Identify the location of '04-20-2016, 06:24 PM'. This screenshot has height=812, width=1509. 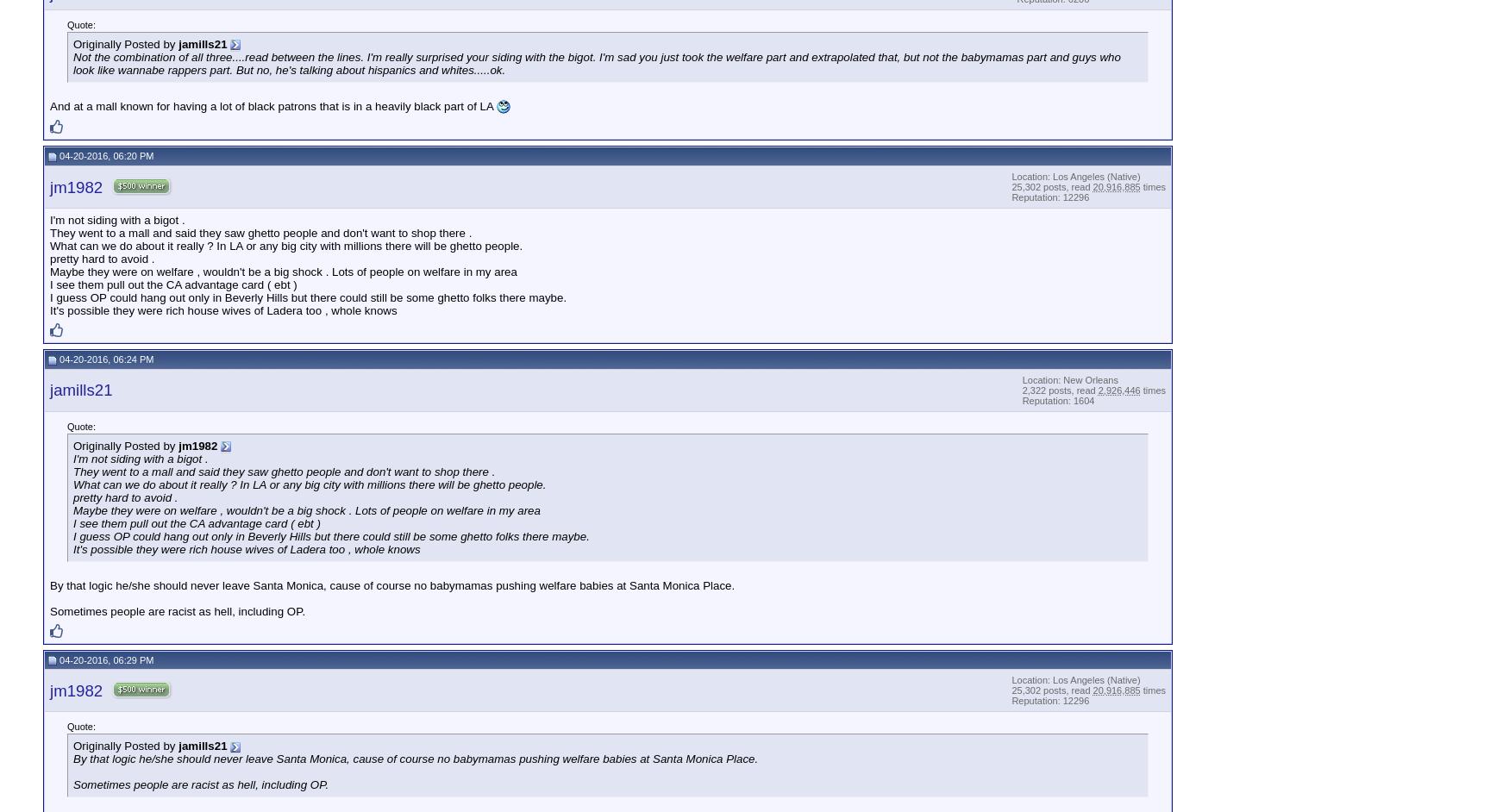
(104, 359).